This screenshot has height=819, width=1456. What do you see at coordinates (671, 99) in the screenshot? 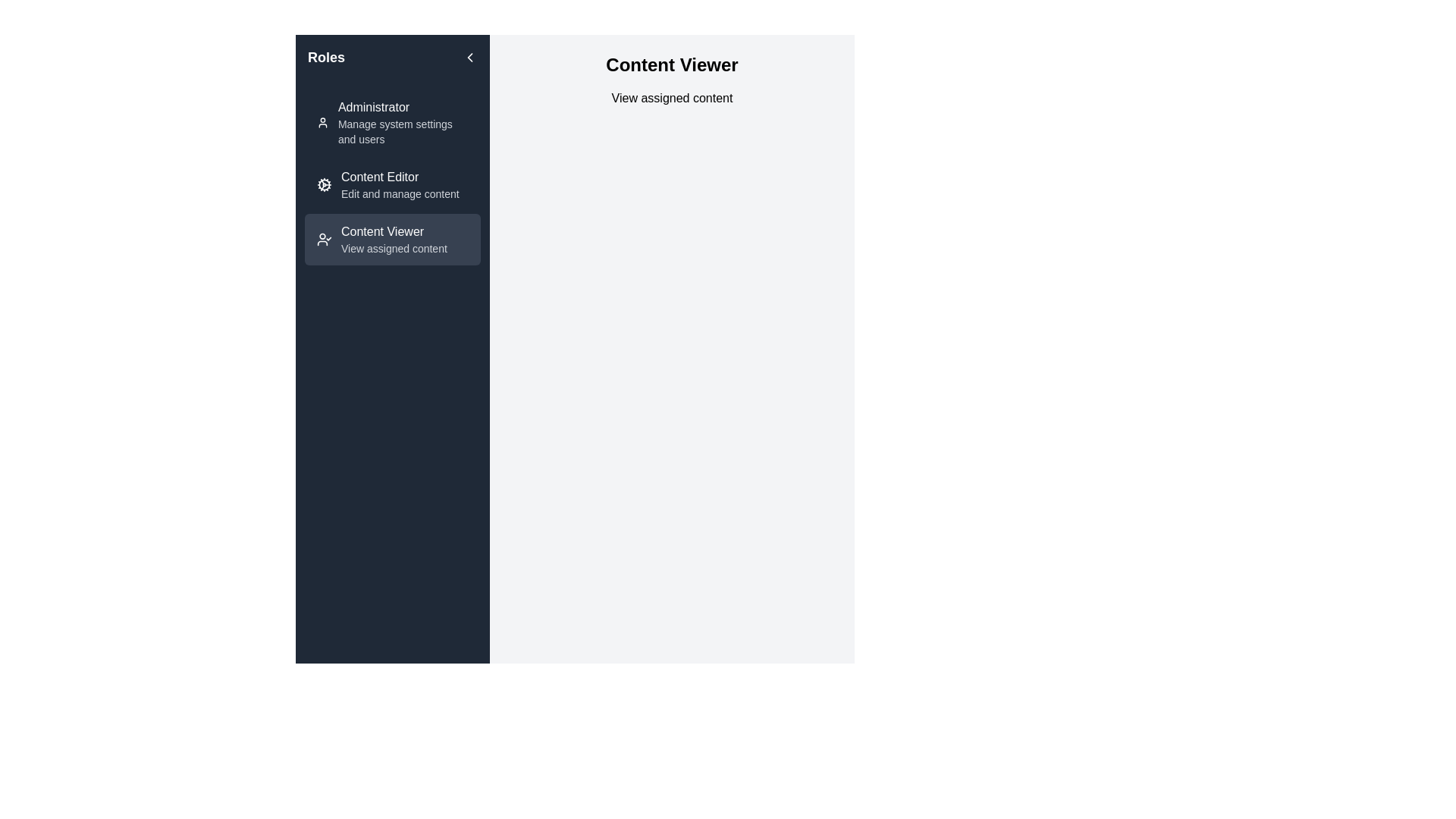
I see `the content information text label located below the 'Content Viewer' header, which indicates that this section is about viewing assigned content` at bounding box center [671, 99].